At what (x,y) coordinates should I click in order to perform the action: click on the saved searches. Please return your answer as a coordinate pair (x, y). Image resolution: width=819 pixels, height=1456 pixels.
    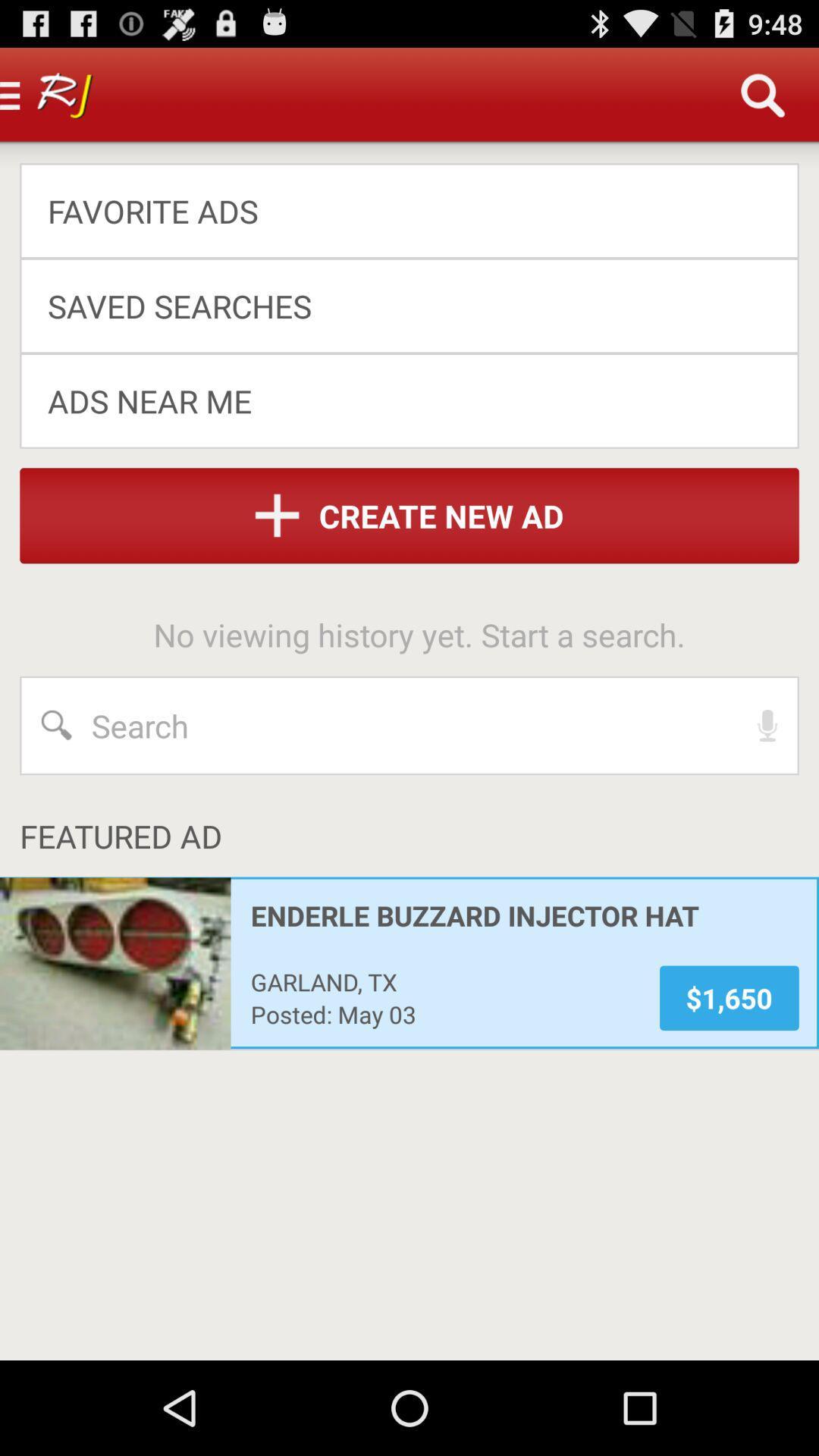
    Looking at the image, I should click on (398, 305).